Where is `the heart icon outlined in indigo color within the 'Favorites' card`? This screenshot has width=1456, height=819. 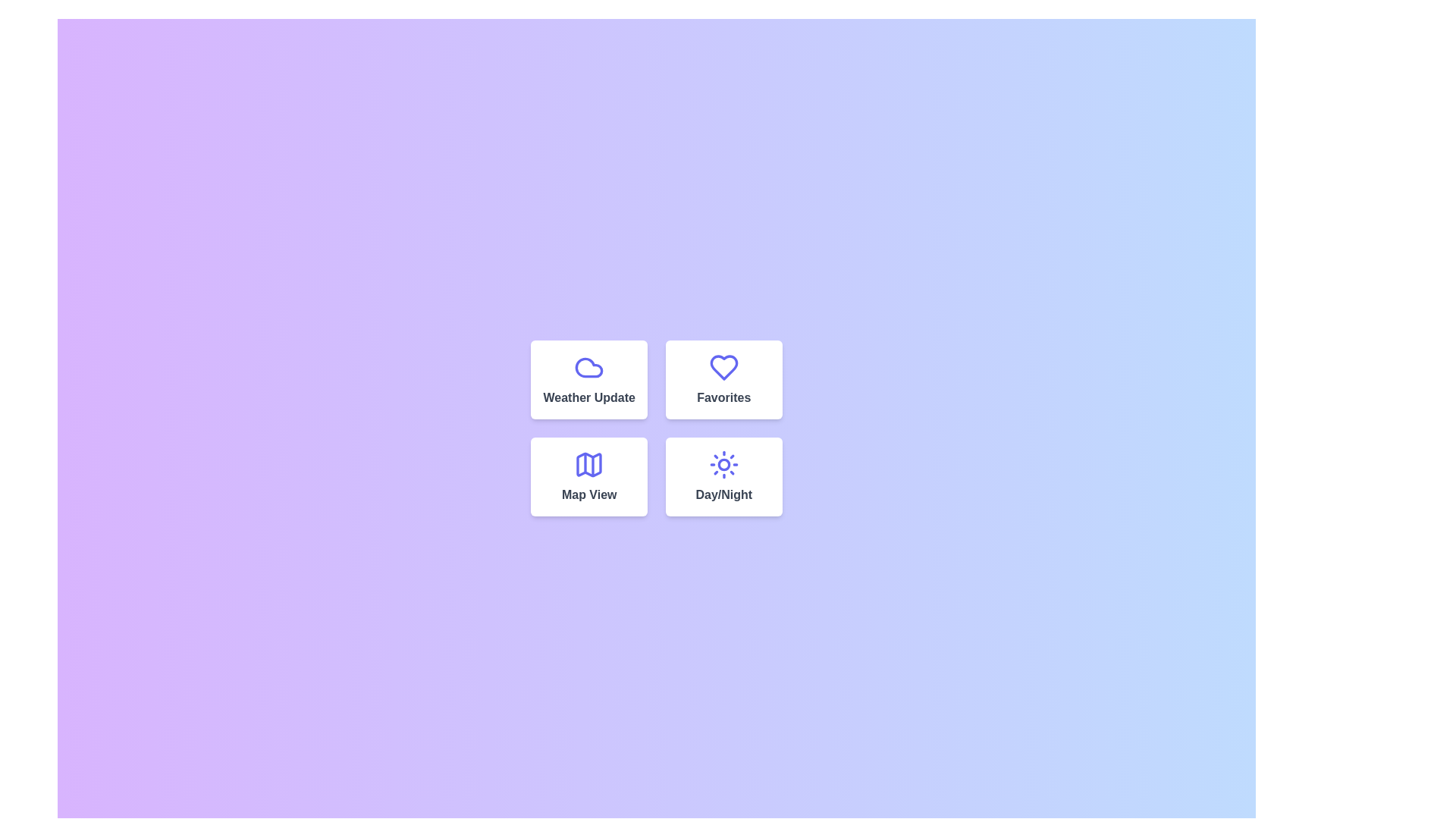
the heart icon outlined in indigo color within the 'Favorites' card is located at coordinates (723, 368).